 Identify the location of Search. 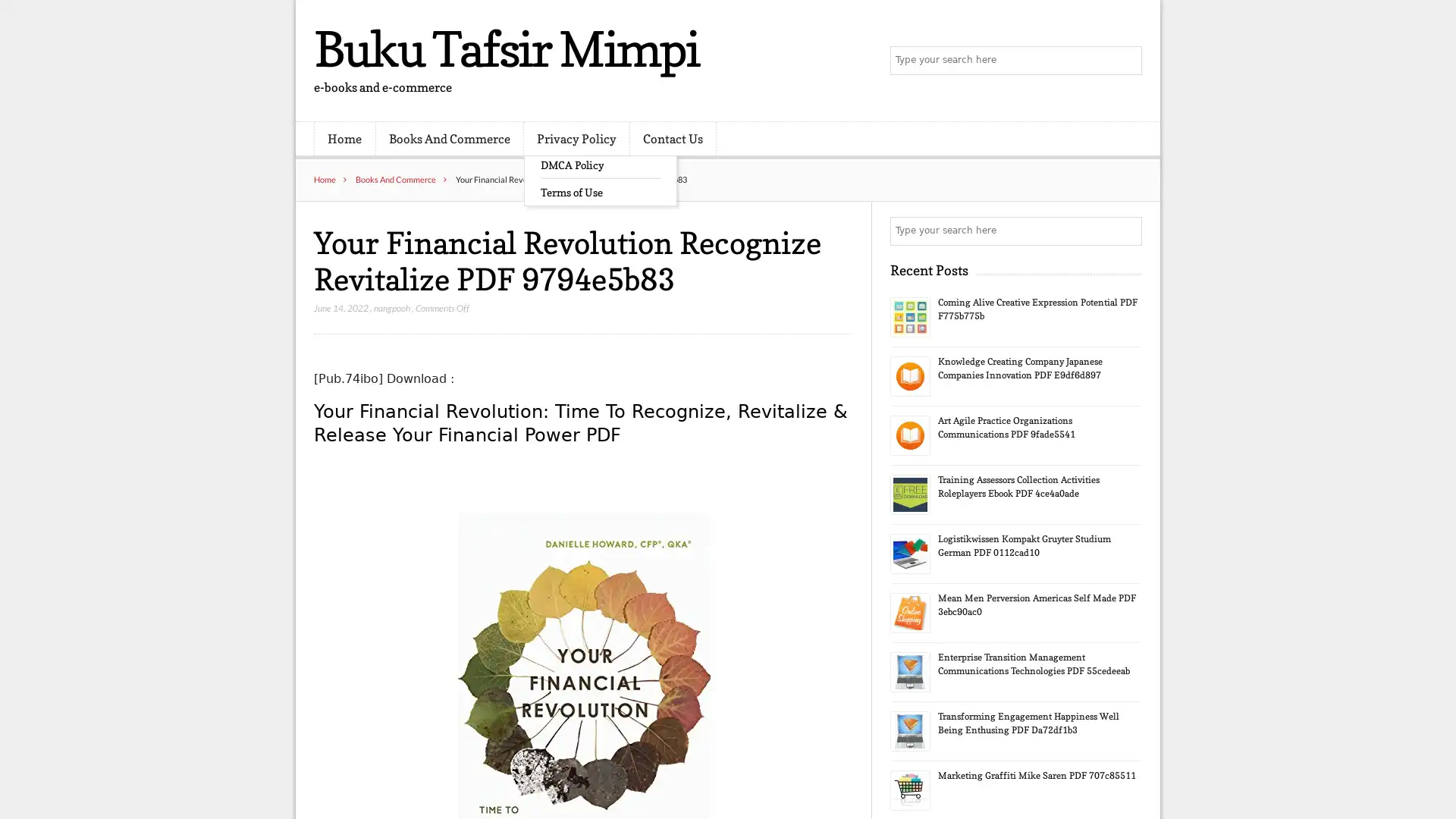
(1126, 61).